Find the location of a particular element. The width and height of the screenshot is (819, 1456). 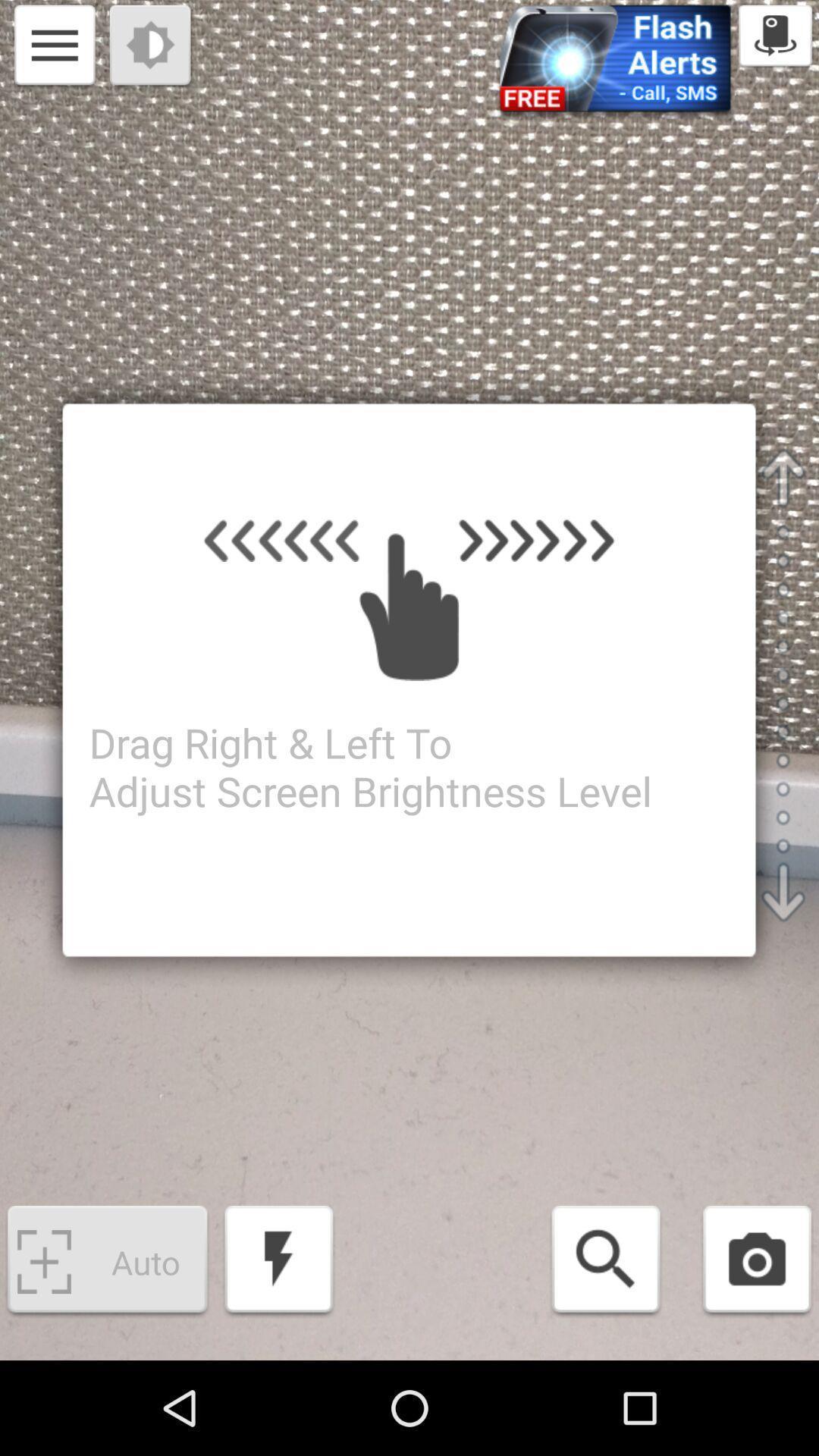

search option is located at coordinates (605, 1262).